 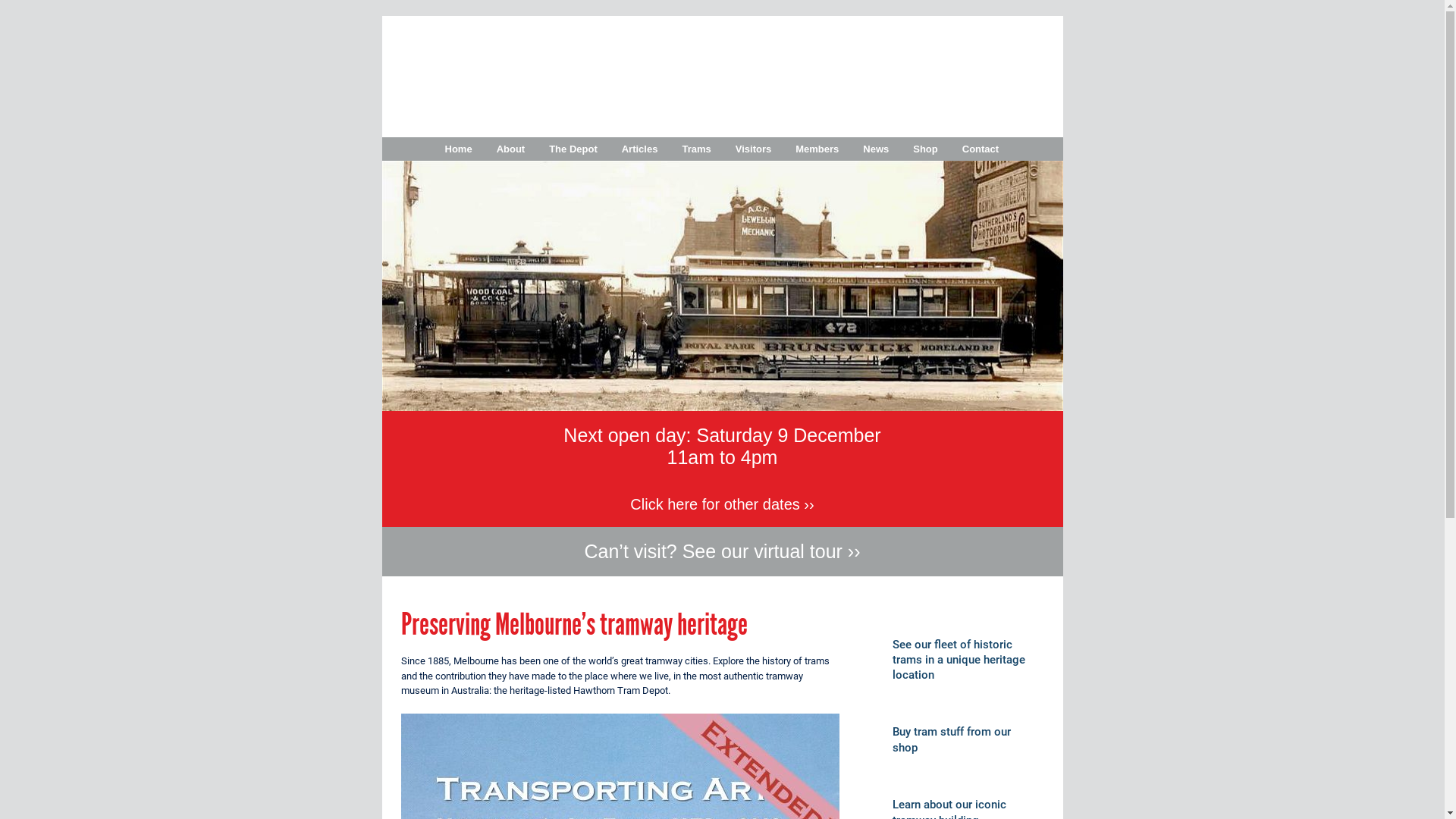 What do you see at coordinates (457, 149) in the screenshot?
I see `'Home'` at bounding box center [457, 149].